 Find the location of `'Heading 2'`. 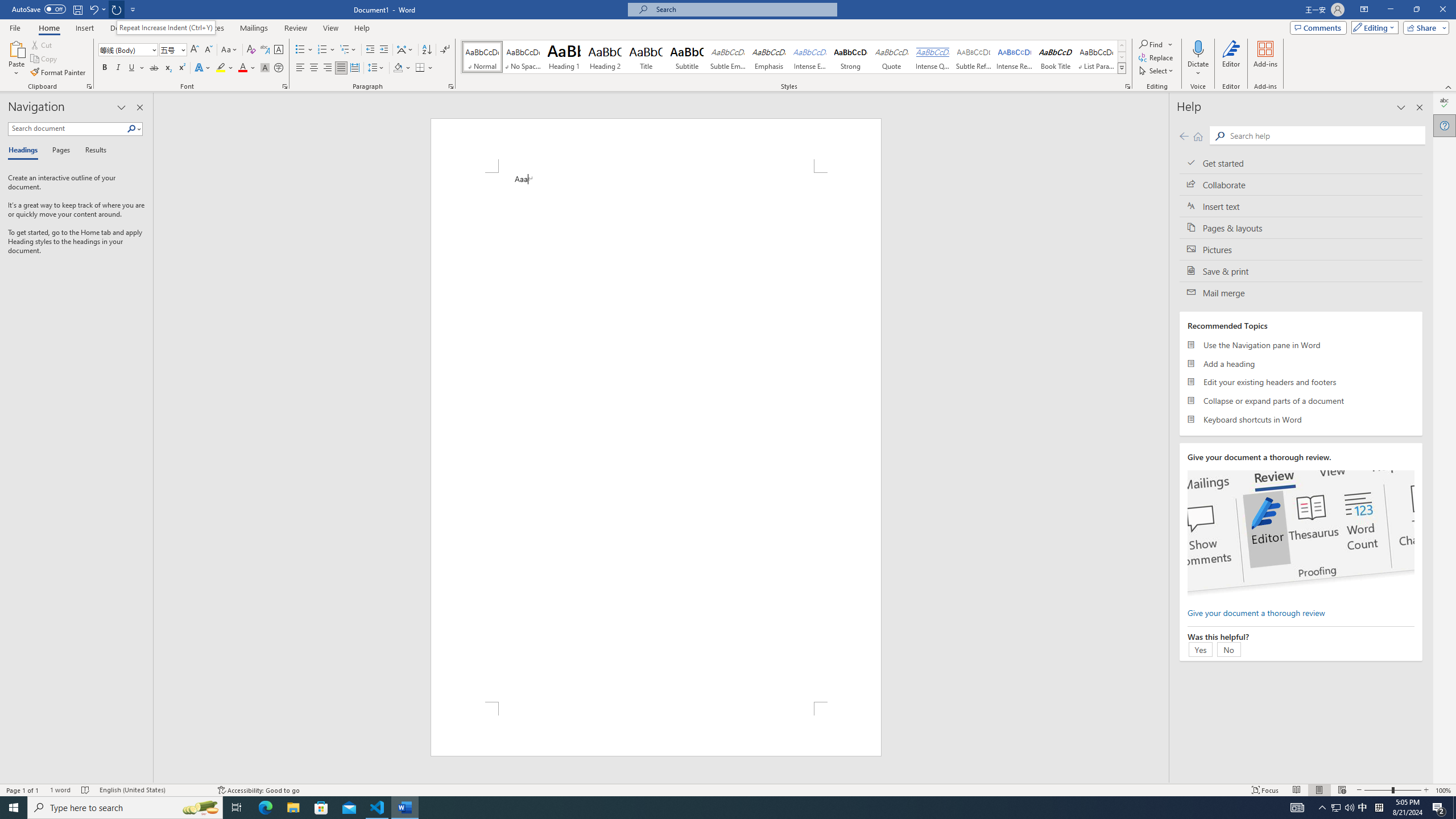

'Heading 2' is located at coordinates (605, 56).